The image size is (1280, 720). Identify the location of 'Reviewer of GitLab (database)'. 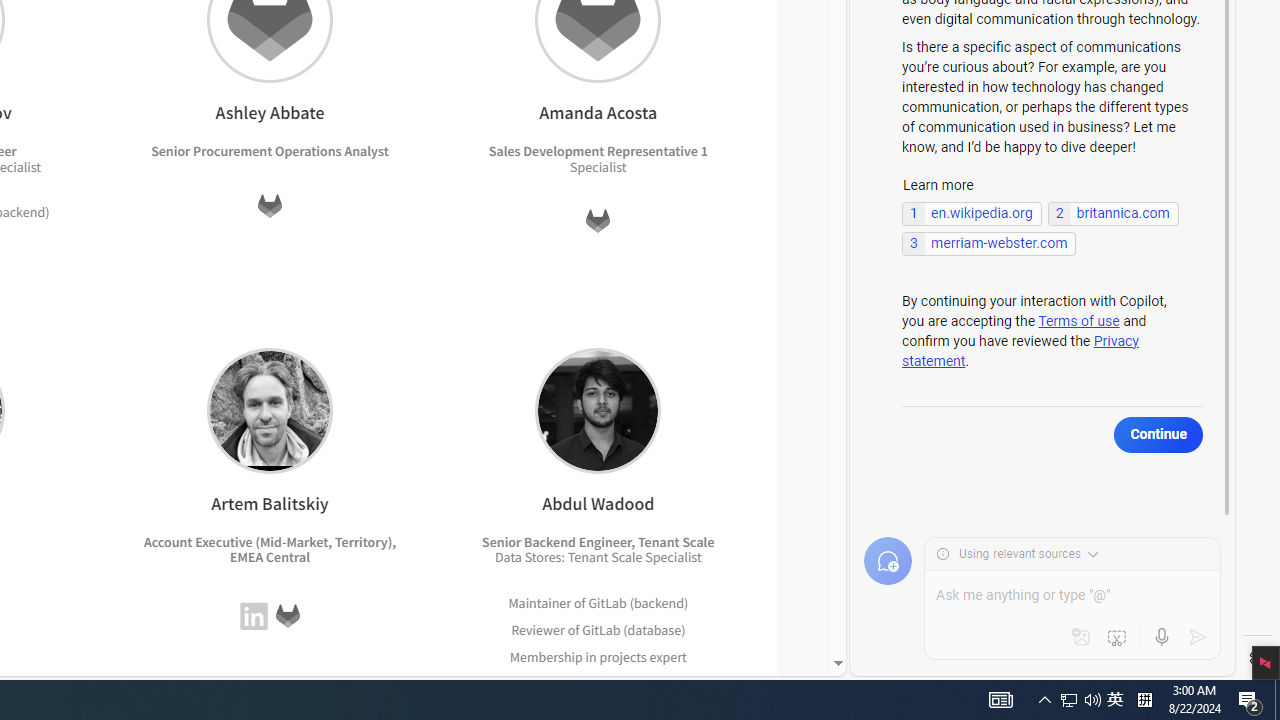
(597, 628).